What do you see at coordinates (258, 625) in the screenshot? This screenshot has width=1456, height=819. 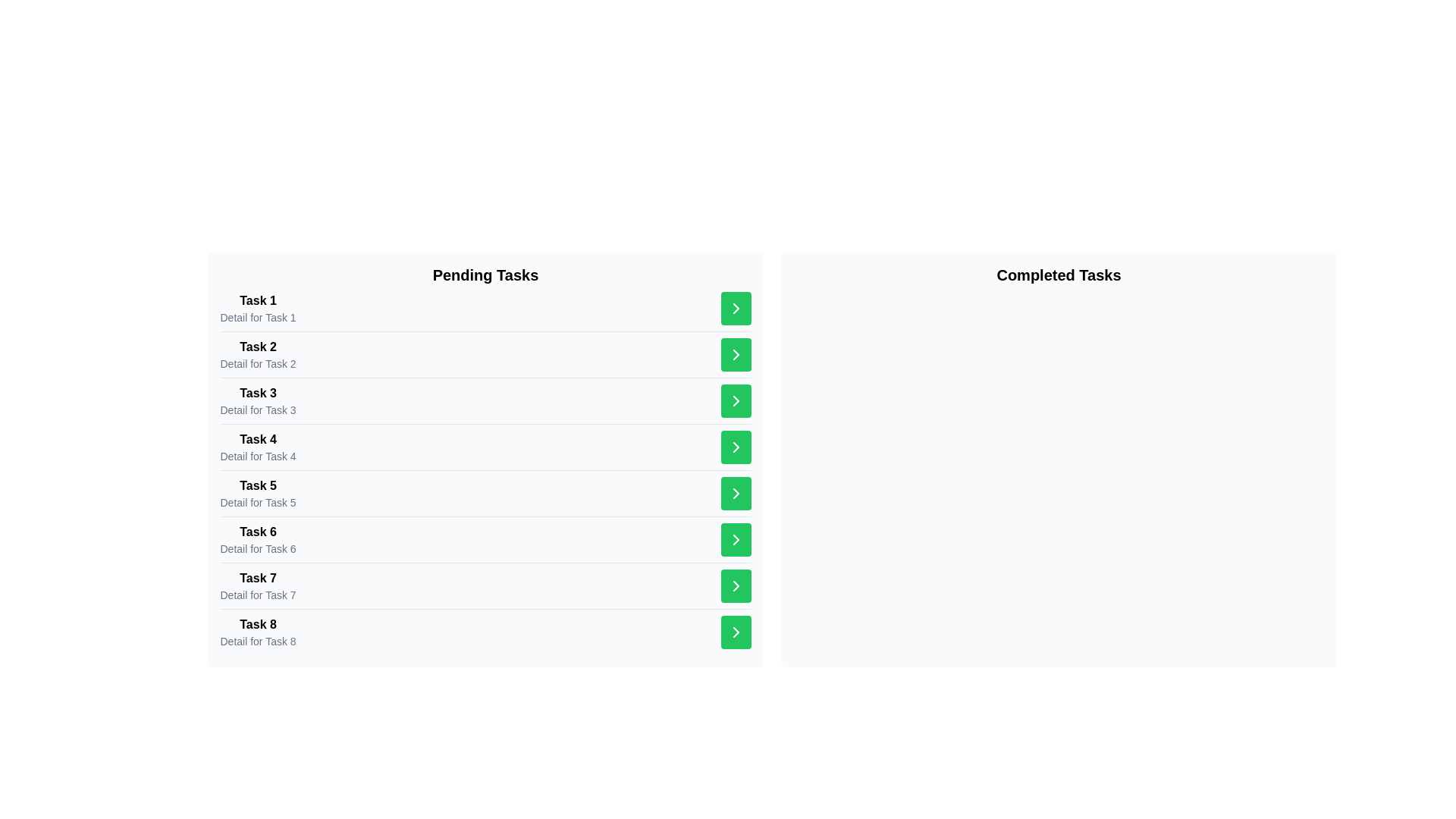 I see `the title text element in the 'Pending Tasks' section, which is the eighth item in a vertically stacked list` at bounding box center [258, 625].